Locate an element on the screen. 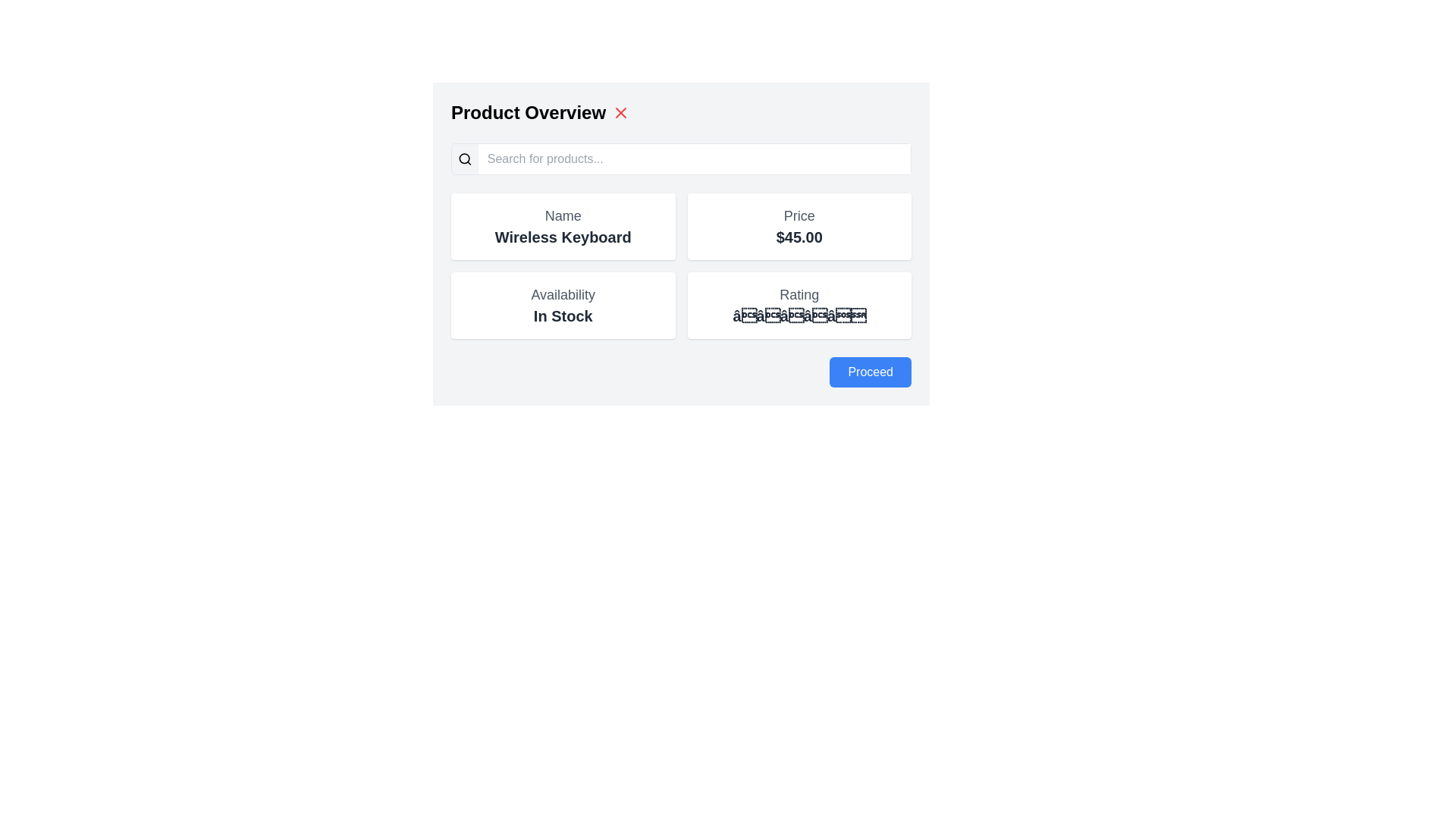 This screenshot has width=1456, height=819. the Text label indicating the status or availability of the product, located in the central lower part of the product details layout, above the text 'In Stock' is located at coordinates (562, 295).